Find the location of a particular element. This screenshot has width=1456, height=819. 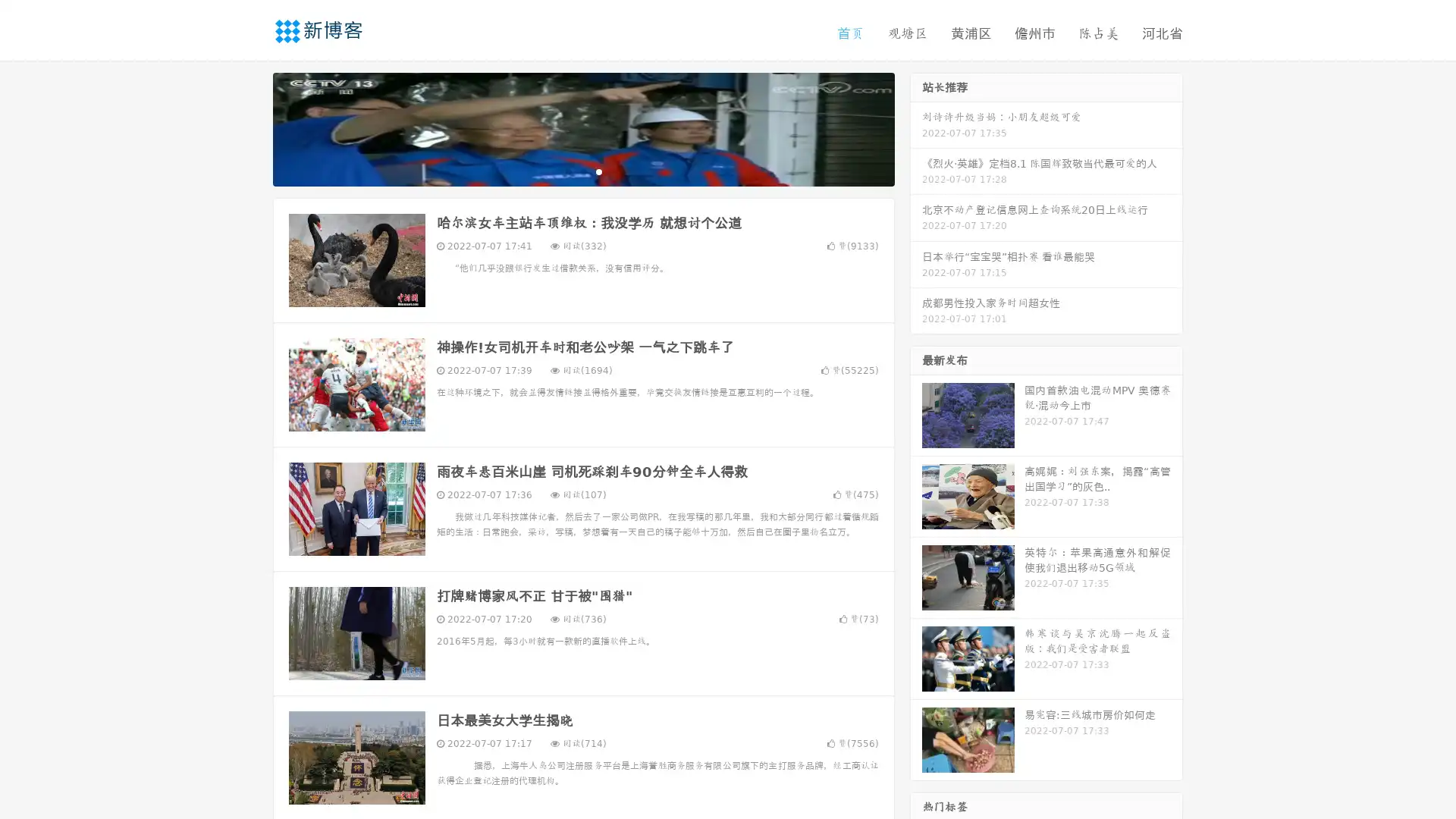

Next slide is located at coordinates (916, 127).